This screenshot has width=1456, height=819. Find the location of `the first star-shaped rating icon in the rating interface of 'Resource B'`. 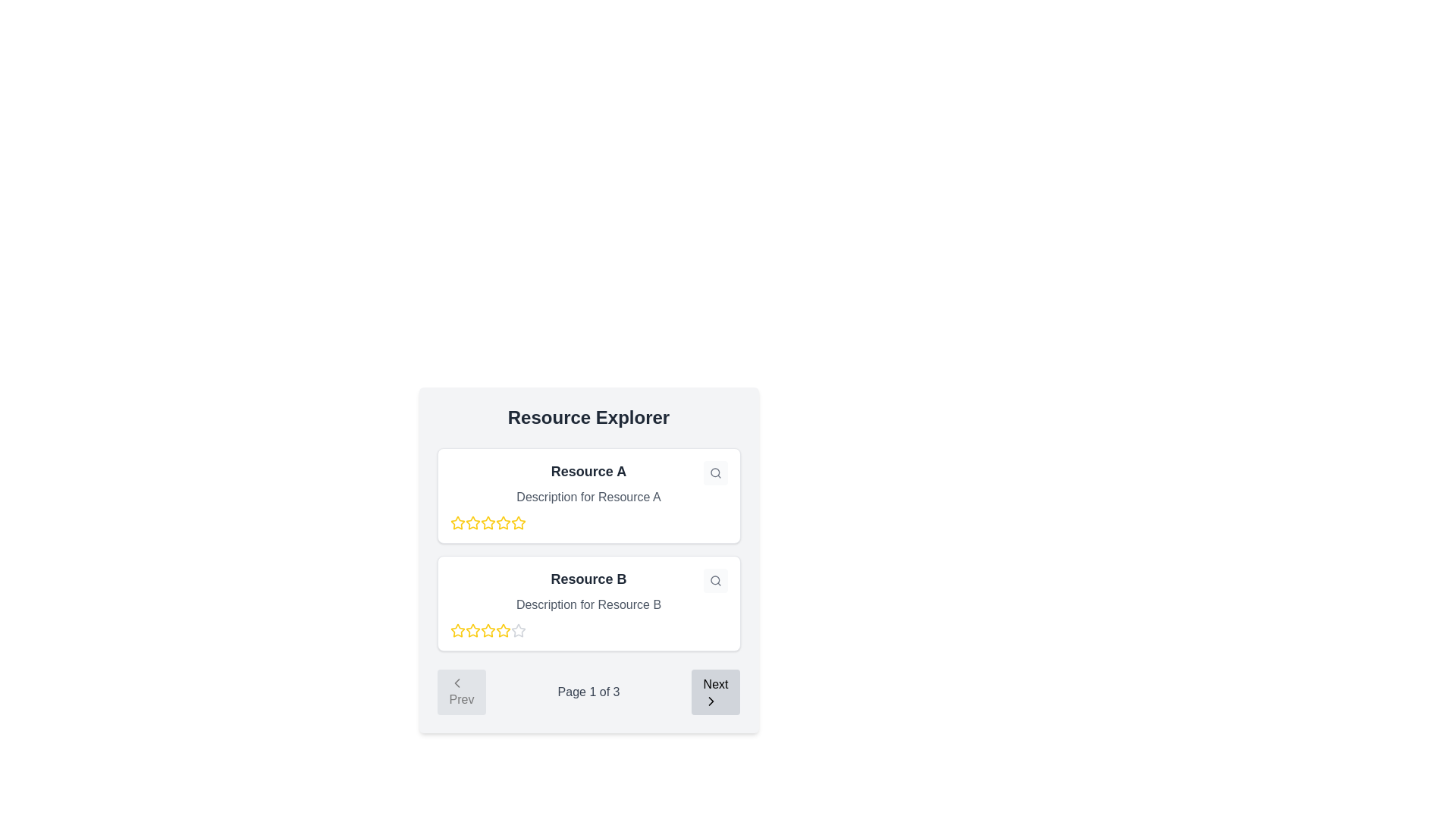

the first star-shaped rating icon in the rating interface of 'Resource B' is located at coordinates (457, 630).